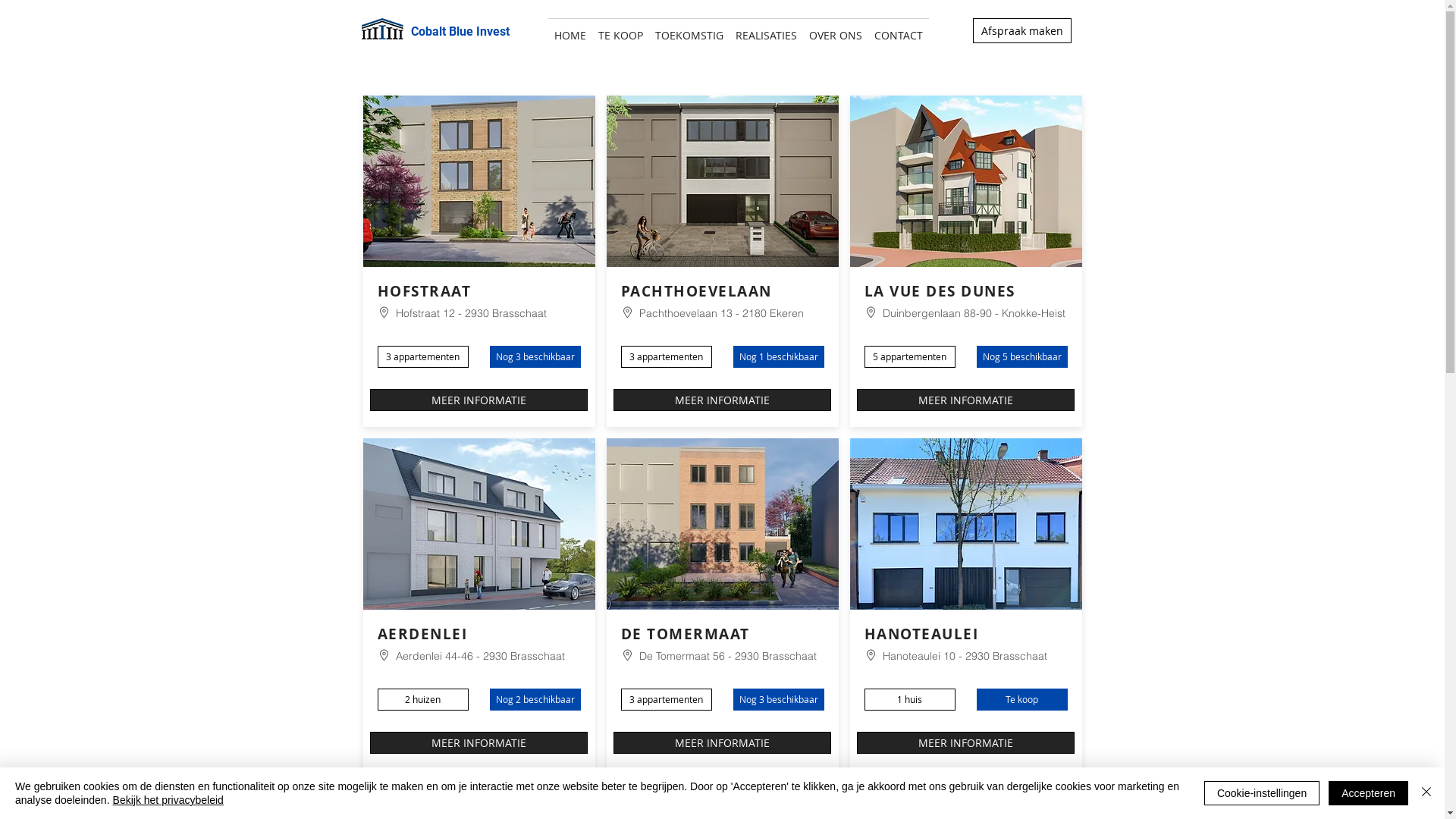  What do you see at coordinates (910, 699) in the screenshot?
I see `'1 huis'` at bounding box center [910, 699].